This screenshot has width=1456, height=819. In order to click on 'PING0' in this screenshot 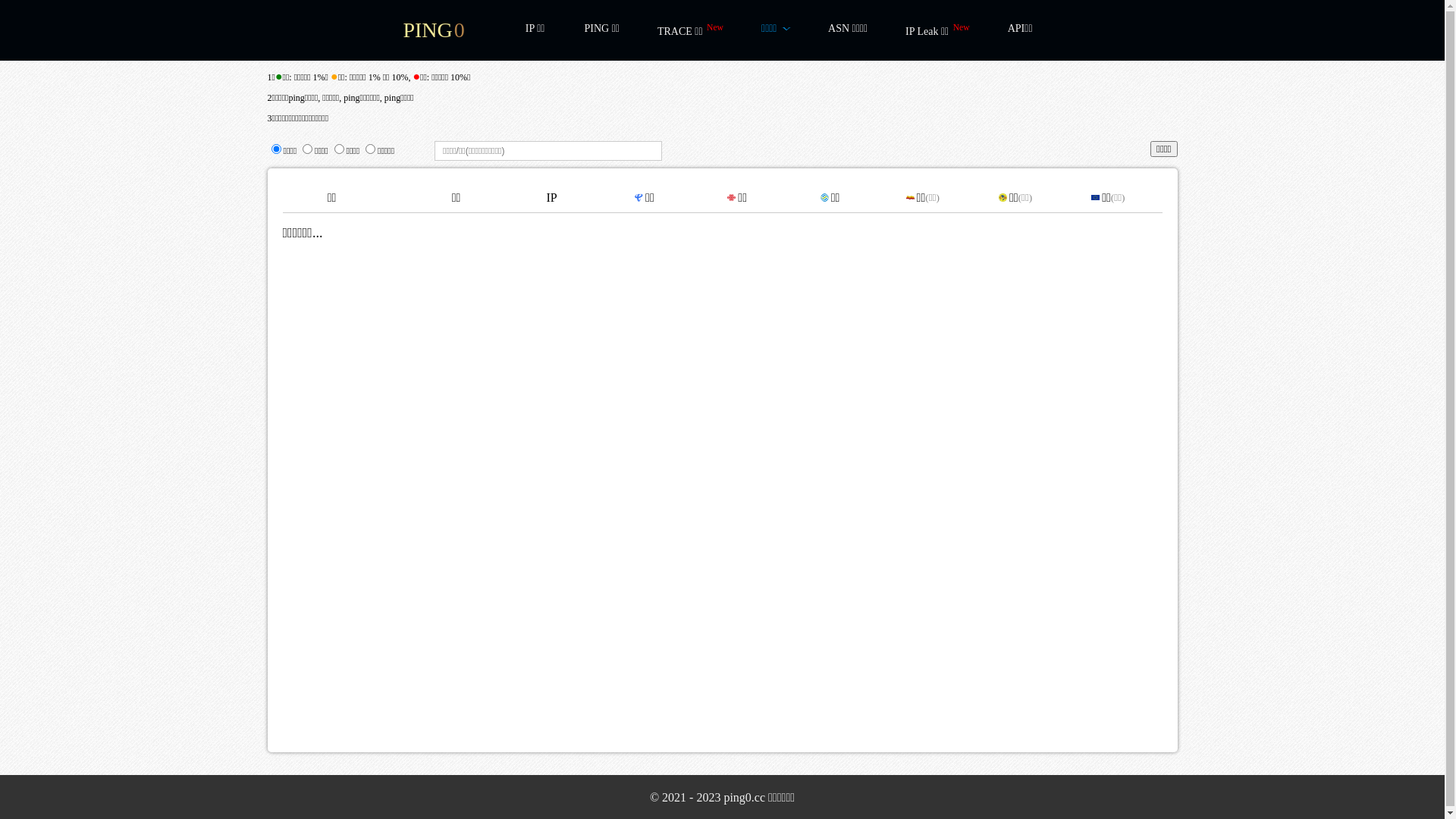, I will do `click(432, 30)`.